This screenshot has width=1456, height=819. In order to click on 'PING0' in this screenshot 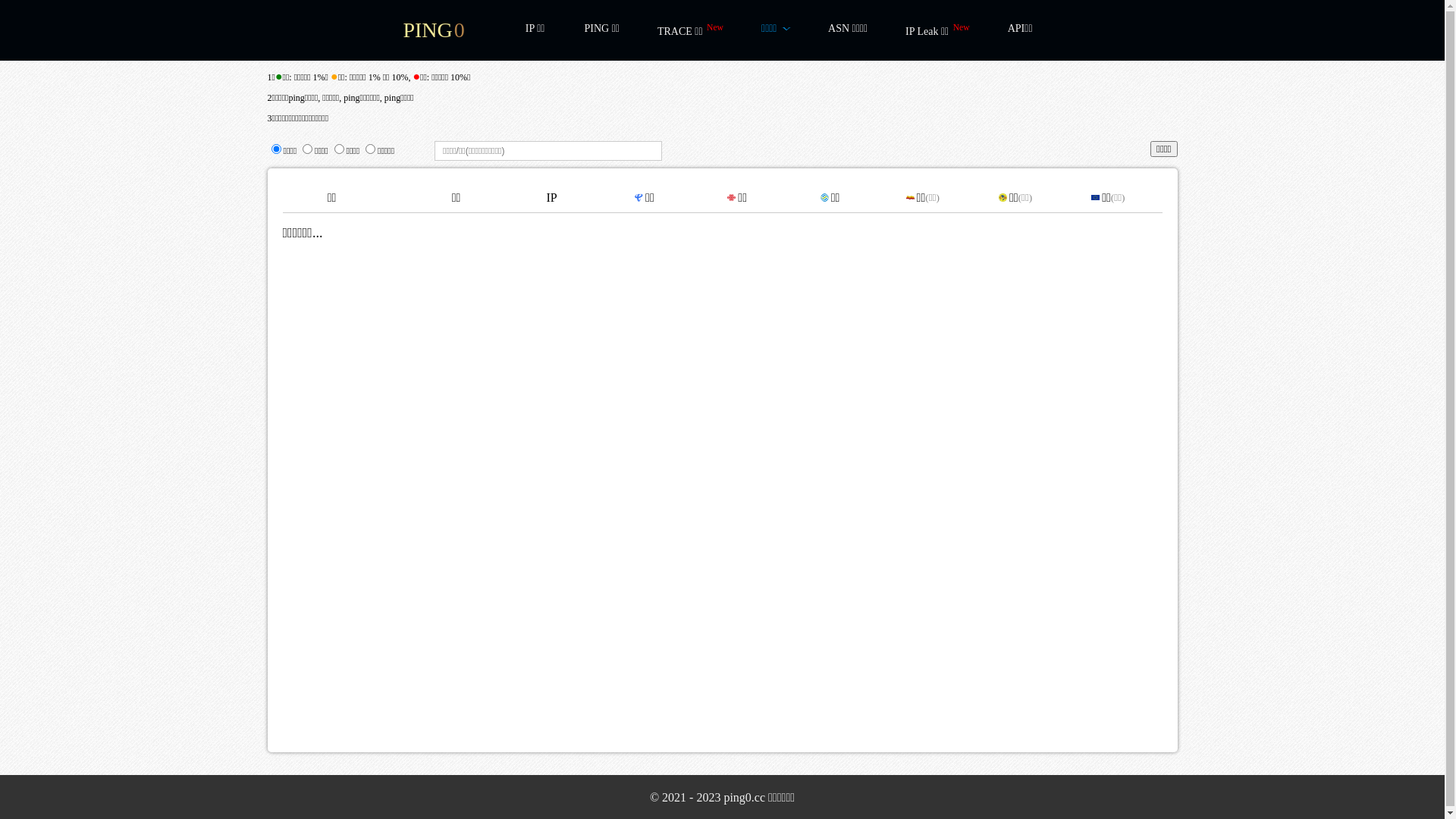, I will do `click(432, 30)`.